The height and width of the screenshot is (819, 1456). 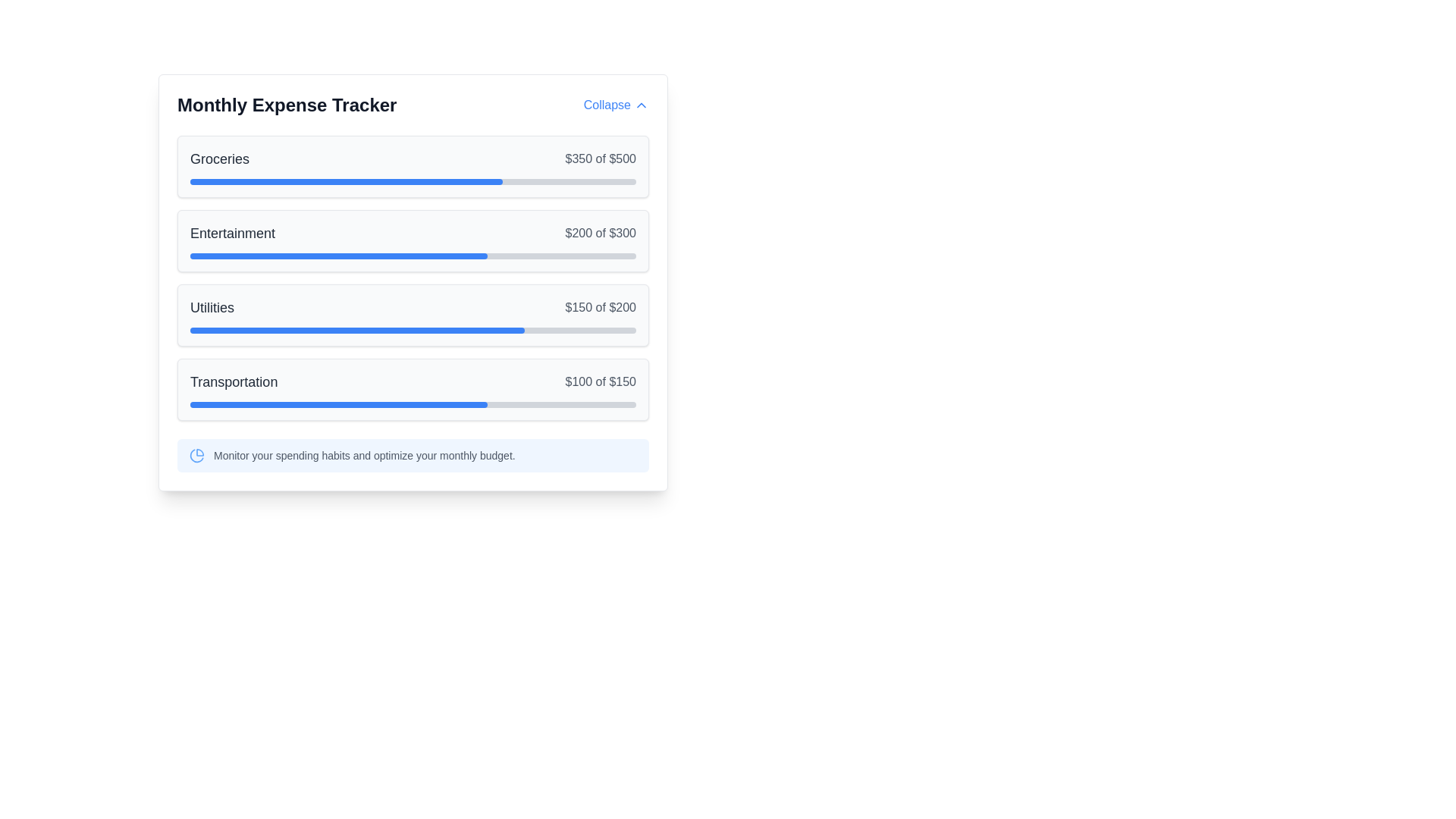 What do you see at coordinates (413, 256) in the screenshot?
I see `the progress bar representing the expenses utilized within the 'Entertainment' category, which is located beneath the 'Entertainment' label and the '$200 of $300' text` at bounding box center [413, 256].